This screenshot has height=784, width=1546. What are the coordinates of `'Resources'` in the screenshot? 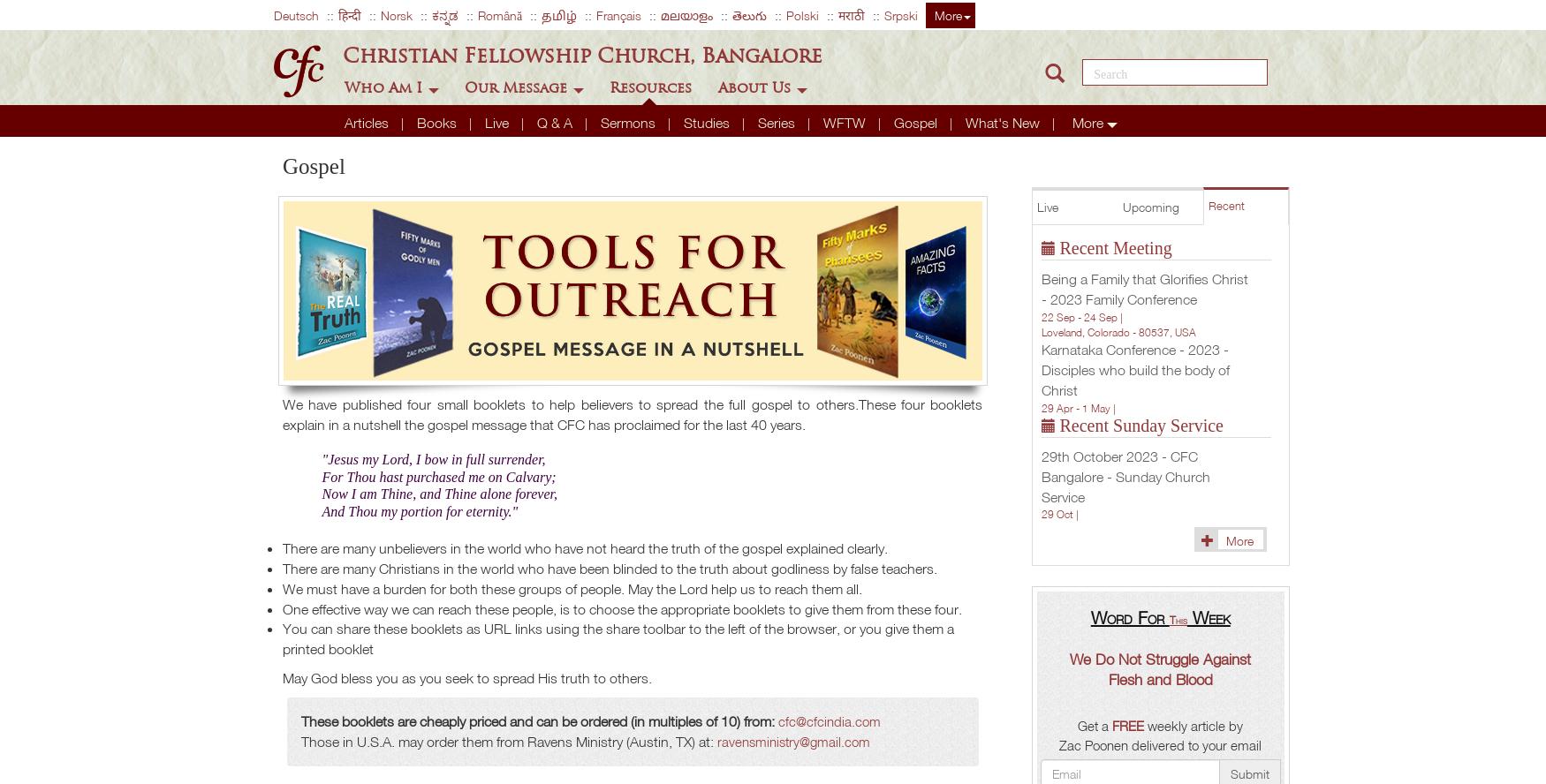 It's located at (651, 86).